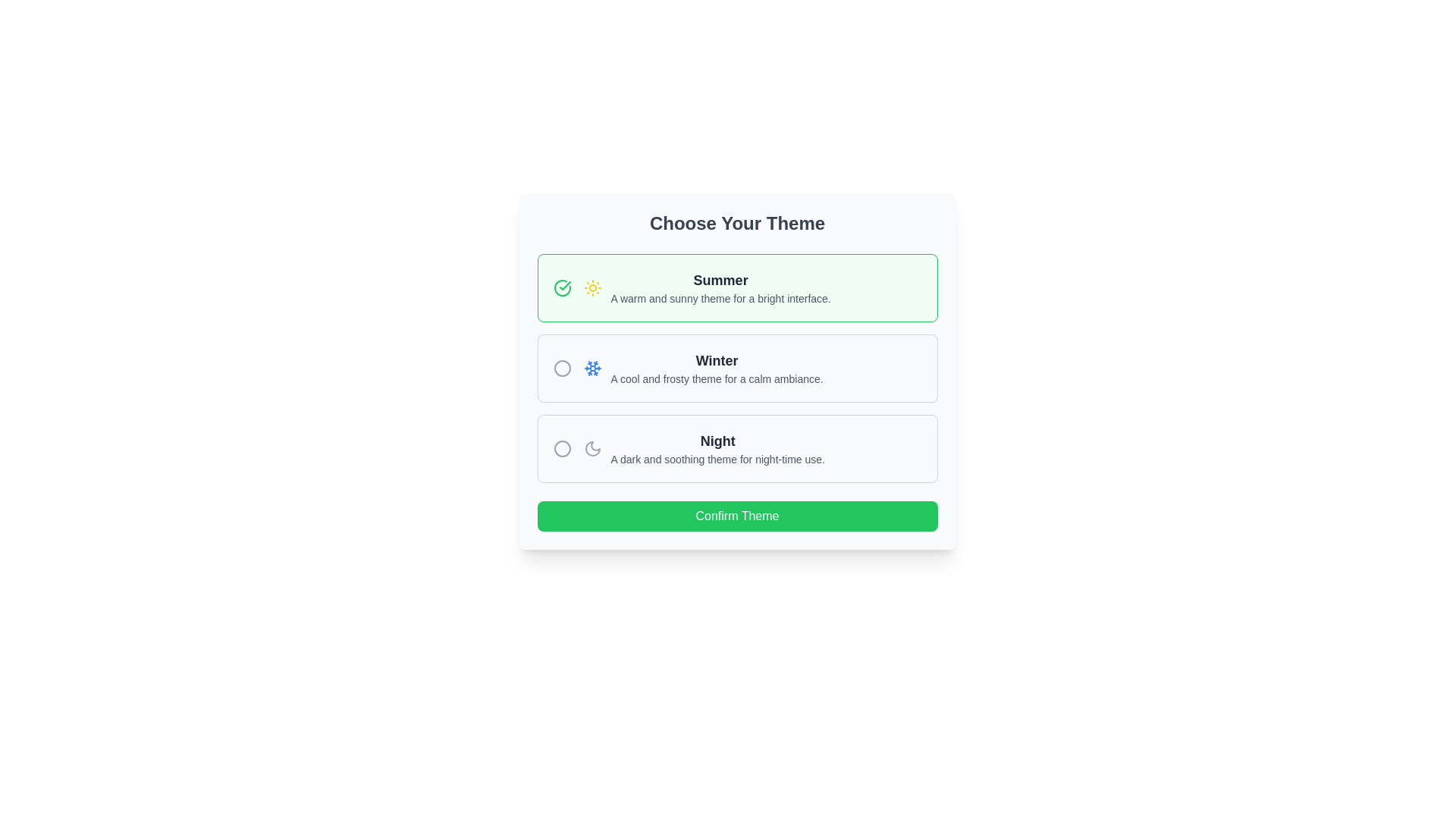  What do you see at coordinates (561, 369) in the screenshot?
I see `the circular radio-like icon` at bounding box center [561, 369].